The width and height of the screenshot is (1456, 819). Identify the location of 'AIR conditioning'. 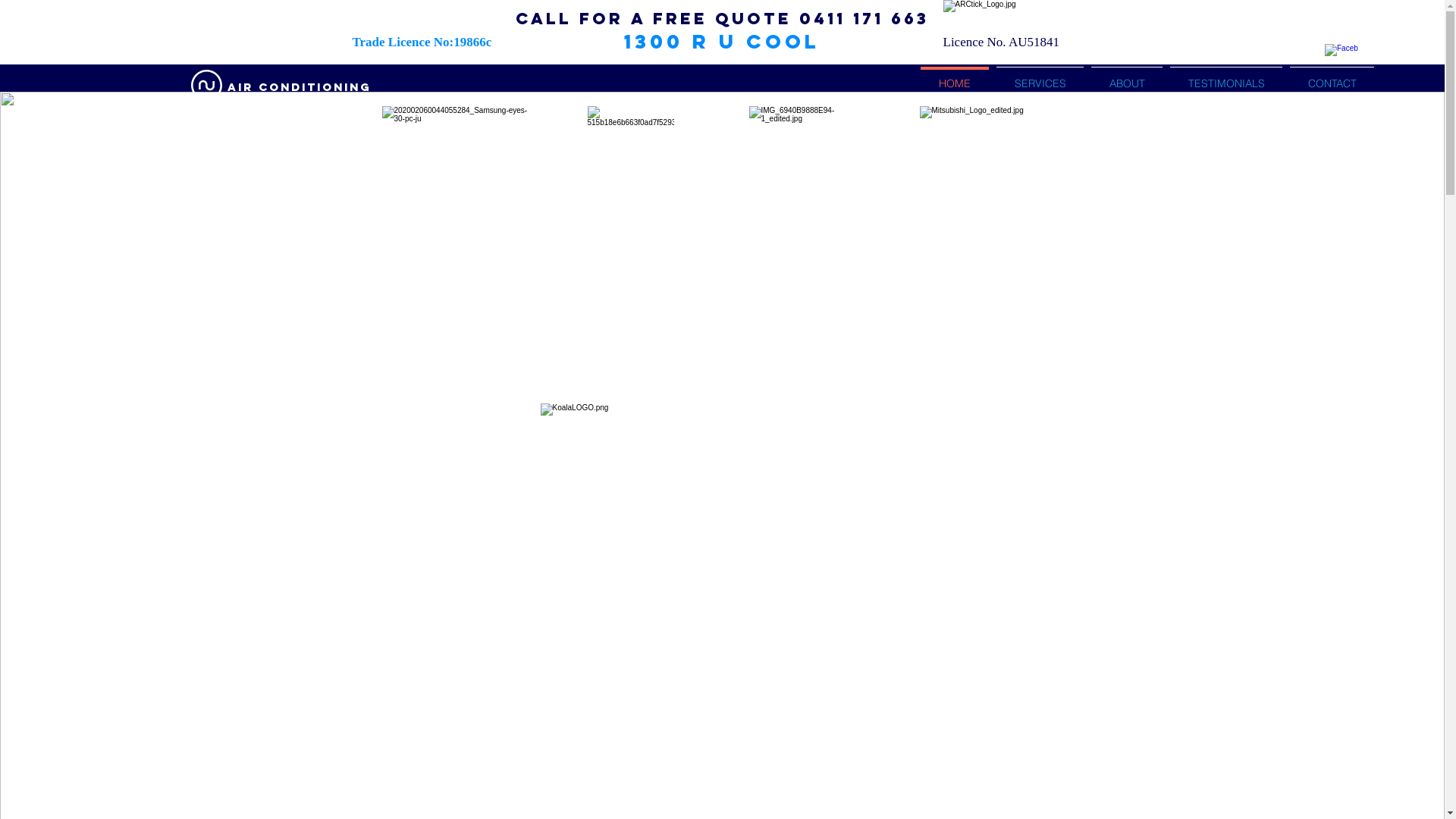
(226, 87).